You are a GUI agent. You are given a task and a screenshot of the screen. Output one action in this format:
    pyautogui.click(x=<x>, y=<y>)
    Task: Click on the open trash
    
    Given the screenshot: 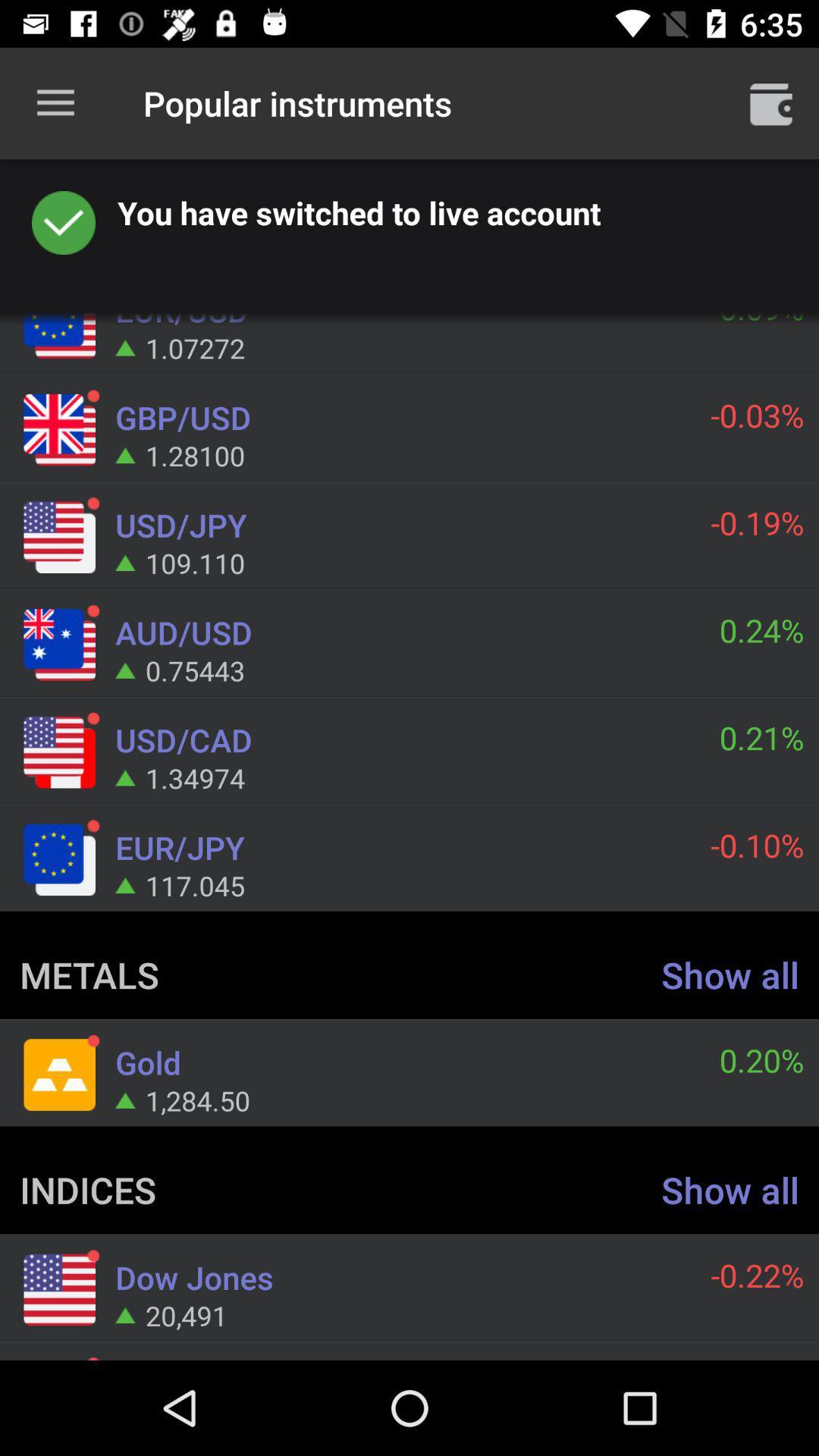 What is the action you would take?
    pyautogui.click(x=771, y=102)
    